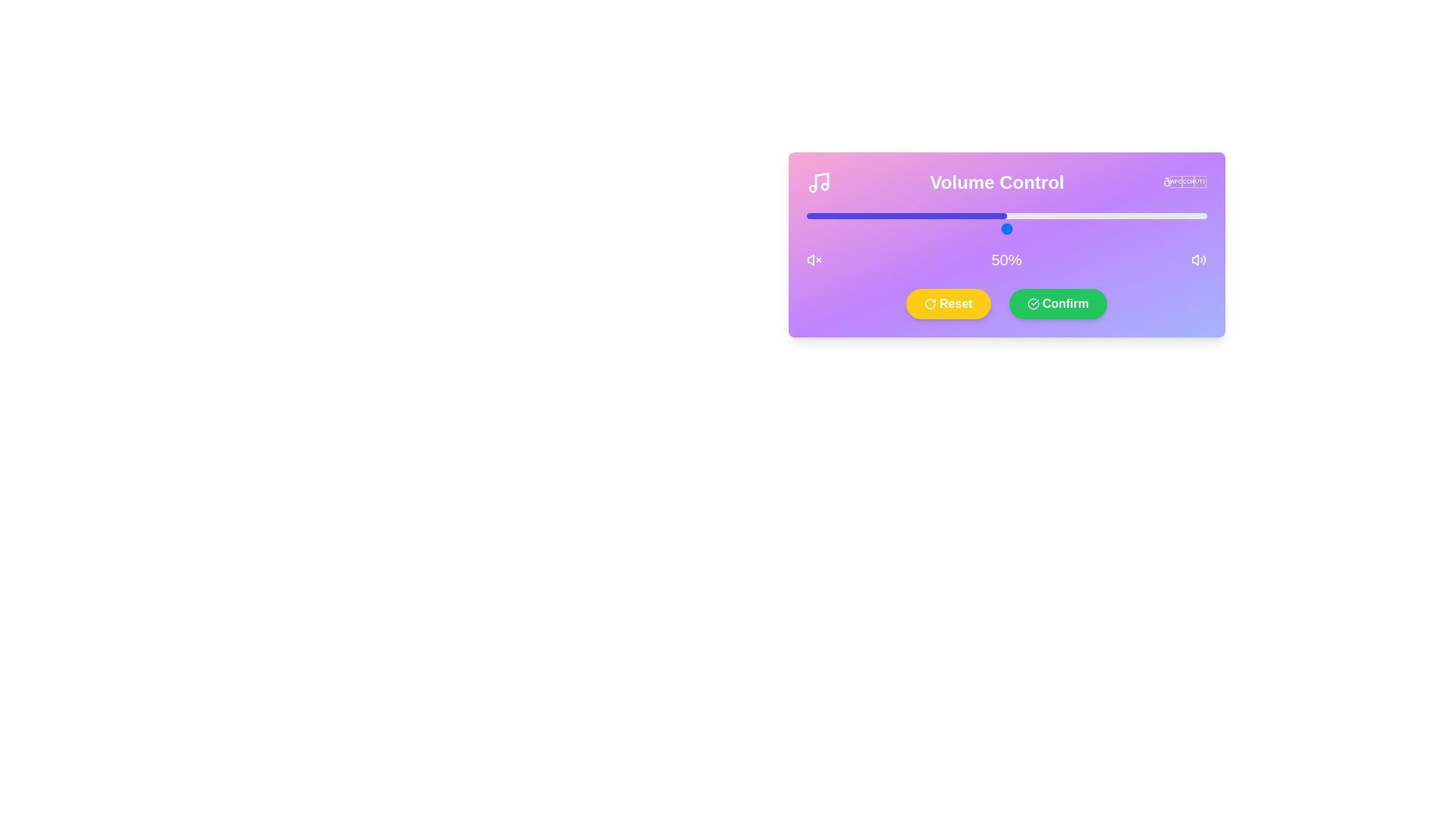  I want to click on the speaker icon with an 'X' indicating muted volume, located to the left of the '50%' volume percentage text, for status indication, so click(813, 259).